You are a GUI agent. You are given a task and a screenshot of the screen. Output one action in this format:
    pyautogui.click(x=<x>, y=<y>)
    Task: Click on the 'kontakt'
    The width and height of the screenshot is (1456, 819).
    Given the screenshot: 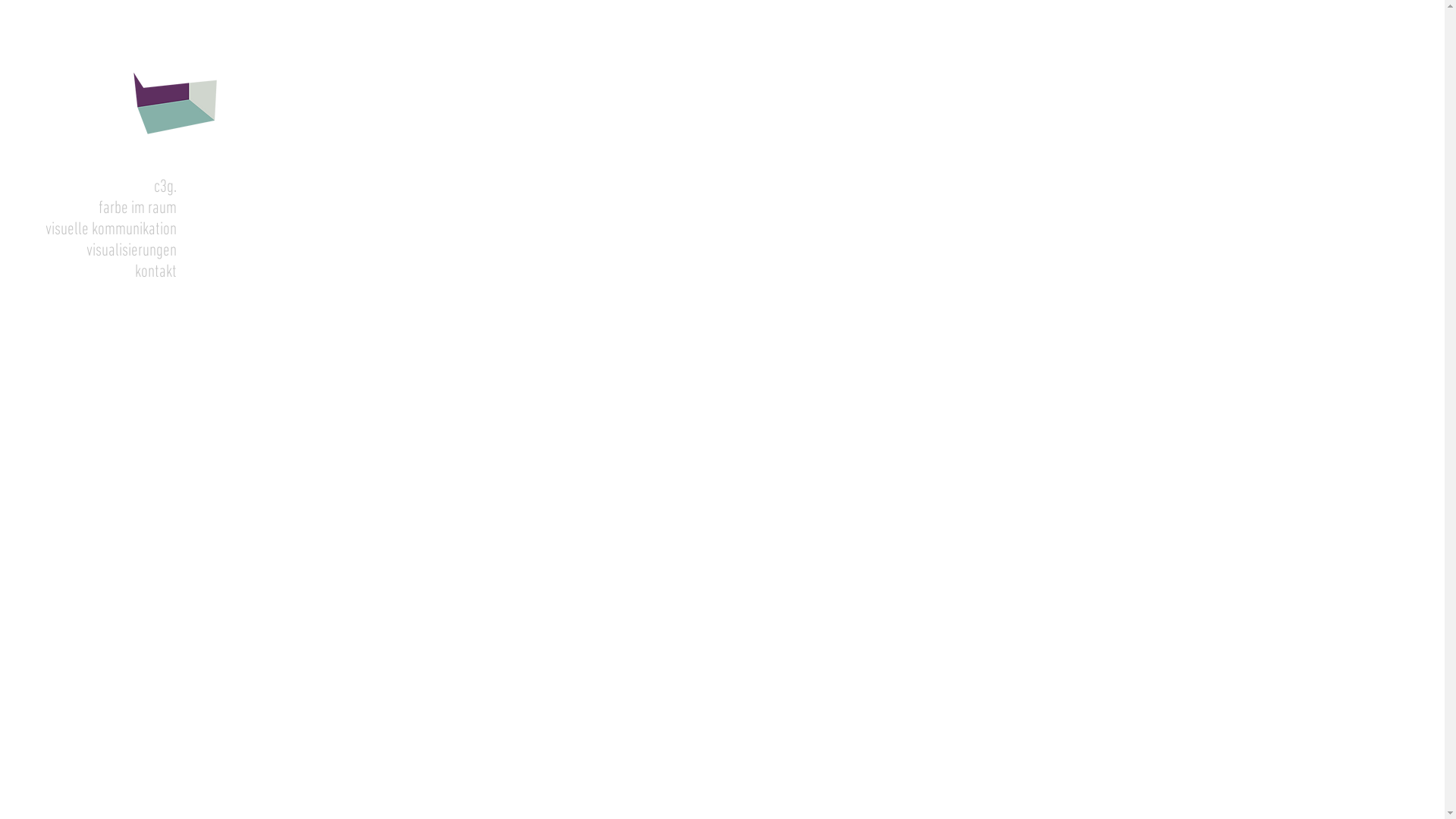 What is the action you would take?
    pyautogui.click(x=0, y=271)
    